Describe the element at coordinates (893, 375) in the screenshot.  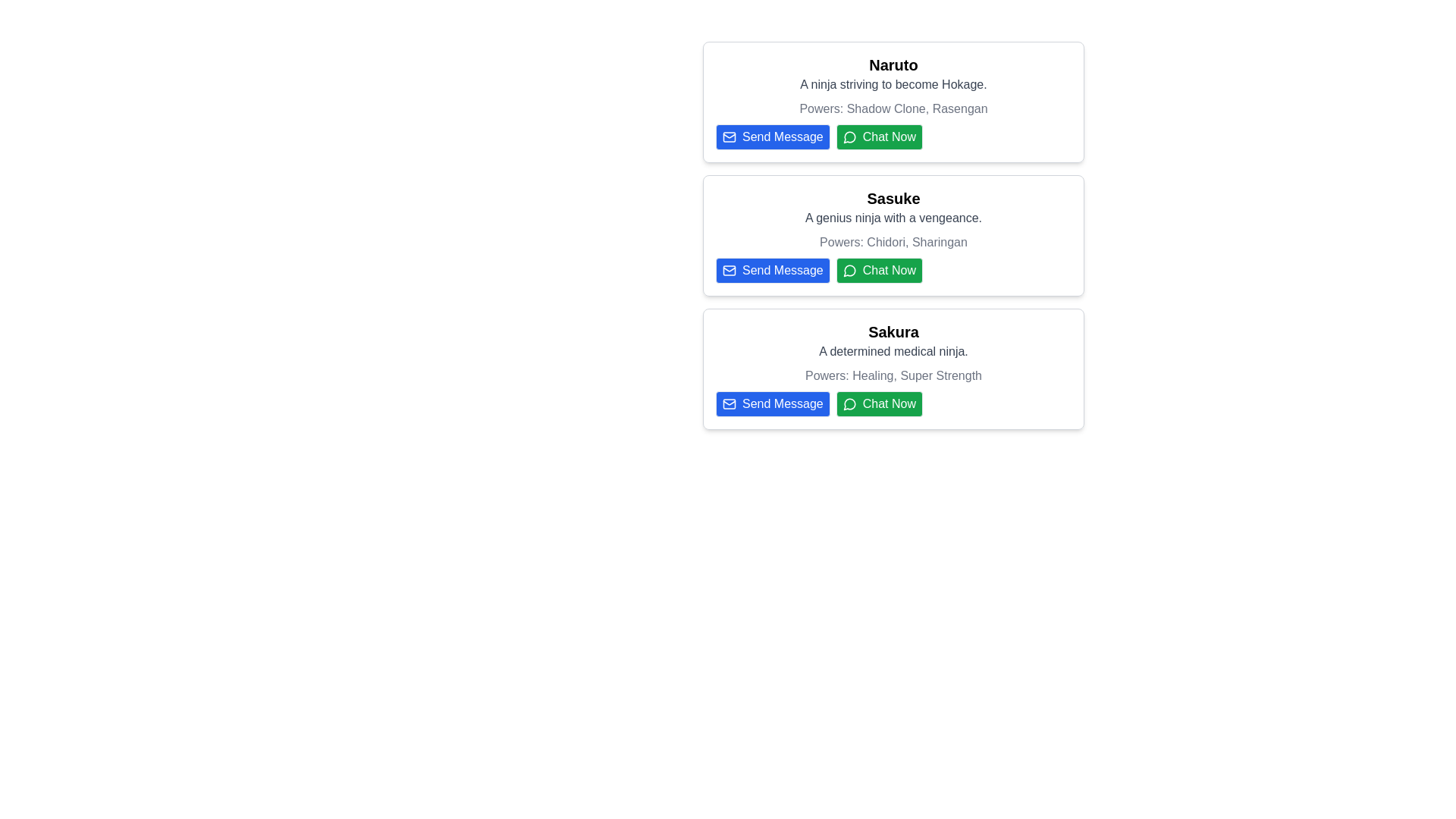
I see `the text label displaying 'Powers: Healing, Super Strength' located beneath the description 'A determined medical ninja.' in the 'Sakura' card layout` at that location.